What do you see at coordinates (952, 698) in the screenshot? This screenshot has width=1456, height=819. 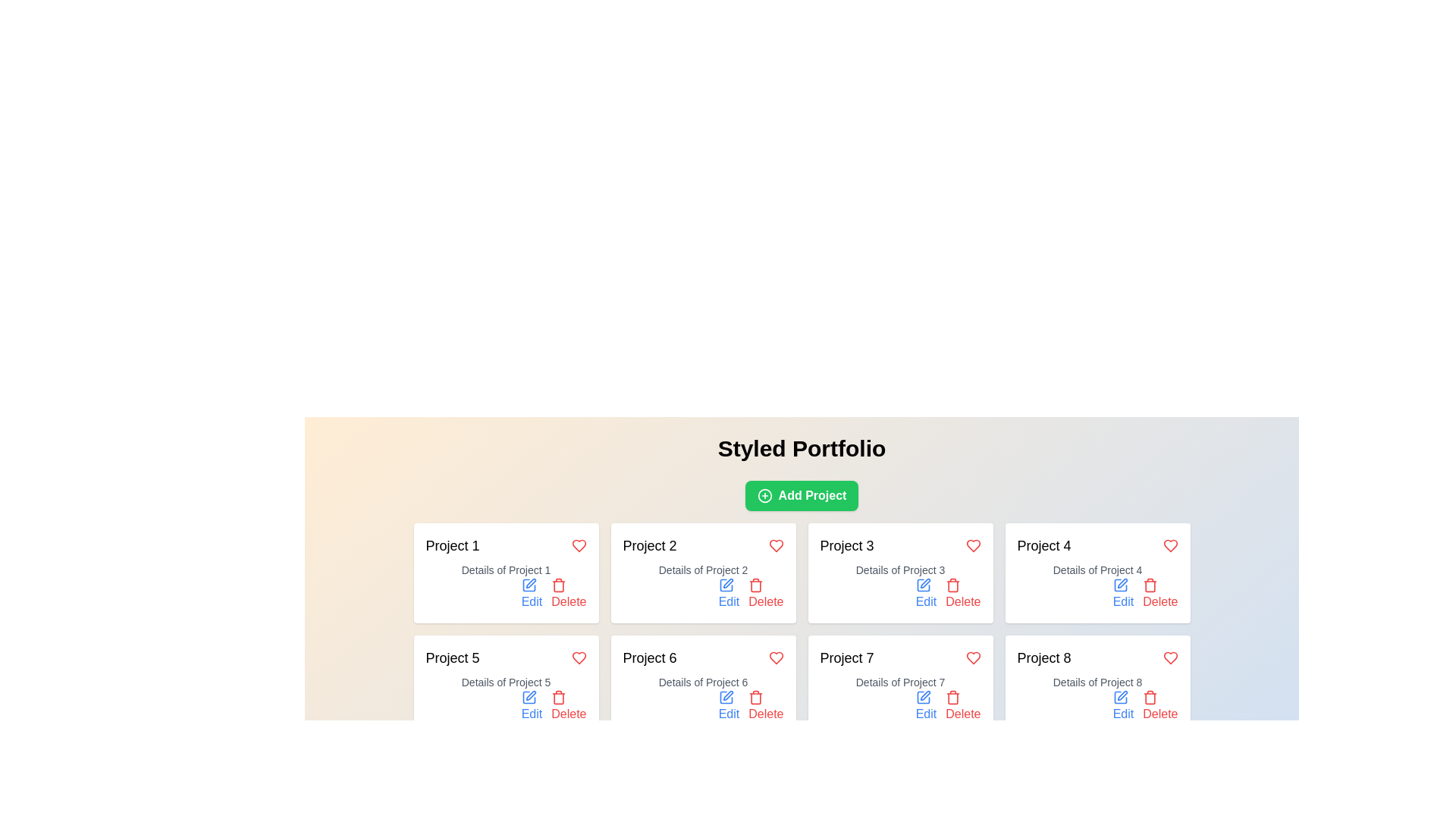 I see `the red-colored outlined trash can icon button located in the bottom-right corner of the Project 7 card to initiate the delete action` at bounding box center [952, 698].